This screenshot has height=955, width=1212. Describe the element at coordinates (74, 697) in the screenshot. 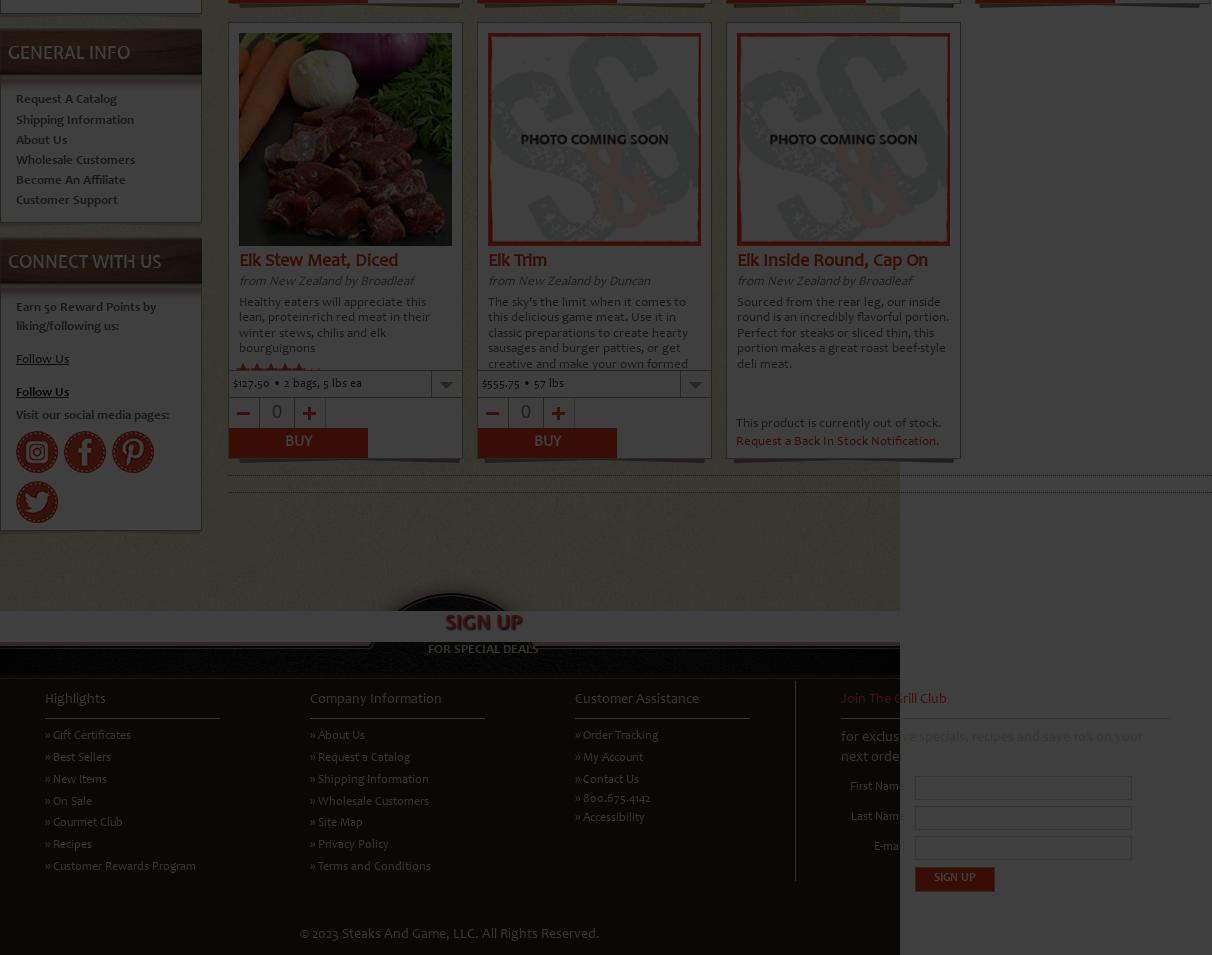

I see `'Highlights'` at that location.